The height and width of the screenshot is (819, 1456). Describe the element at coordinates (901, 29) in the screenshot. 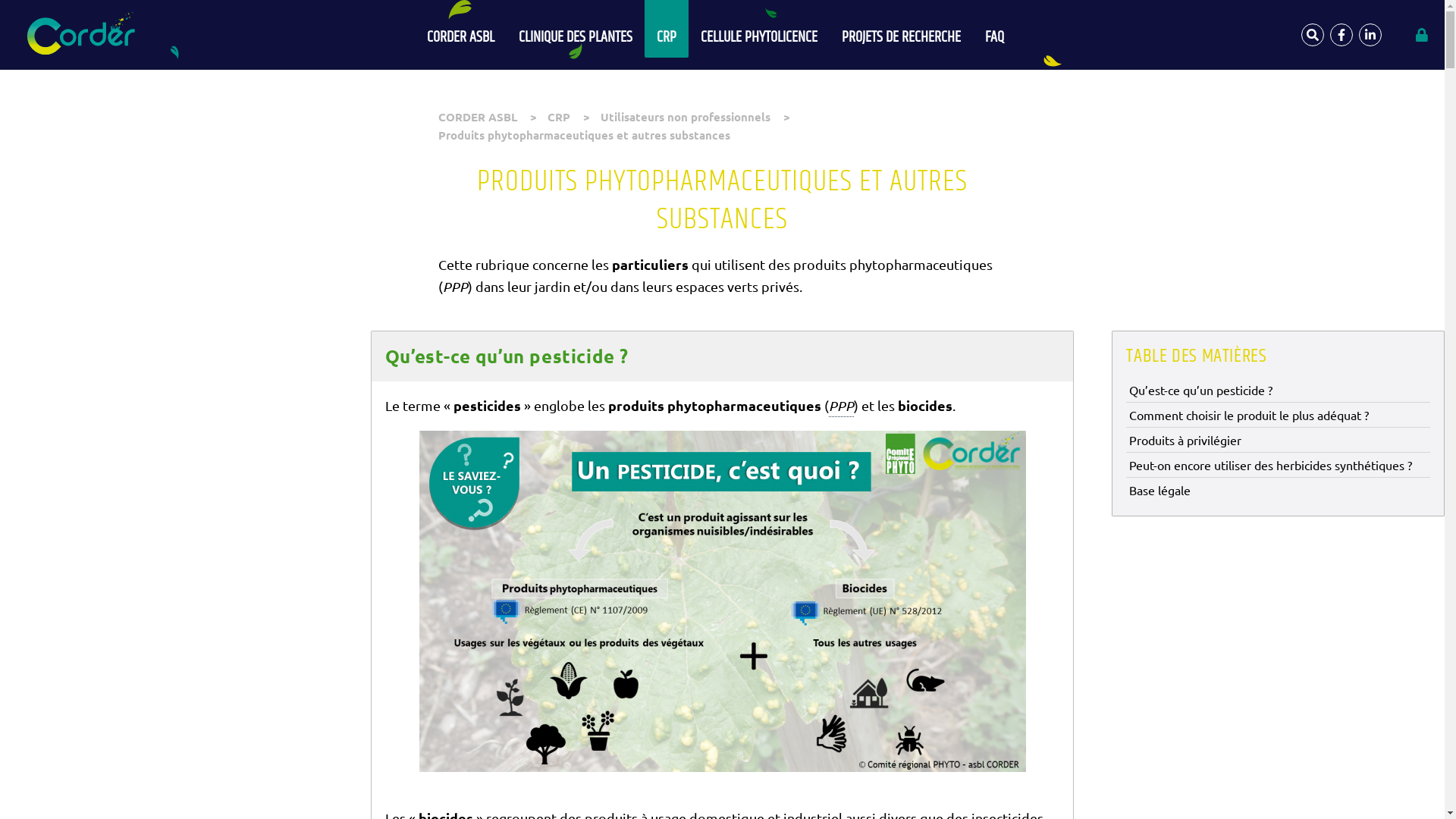

I see `'PROJETS DE RECHERCHE'` at that location.